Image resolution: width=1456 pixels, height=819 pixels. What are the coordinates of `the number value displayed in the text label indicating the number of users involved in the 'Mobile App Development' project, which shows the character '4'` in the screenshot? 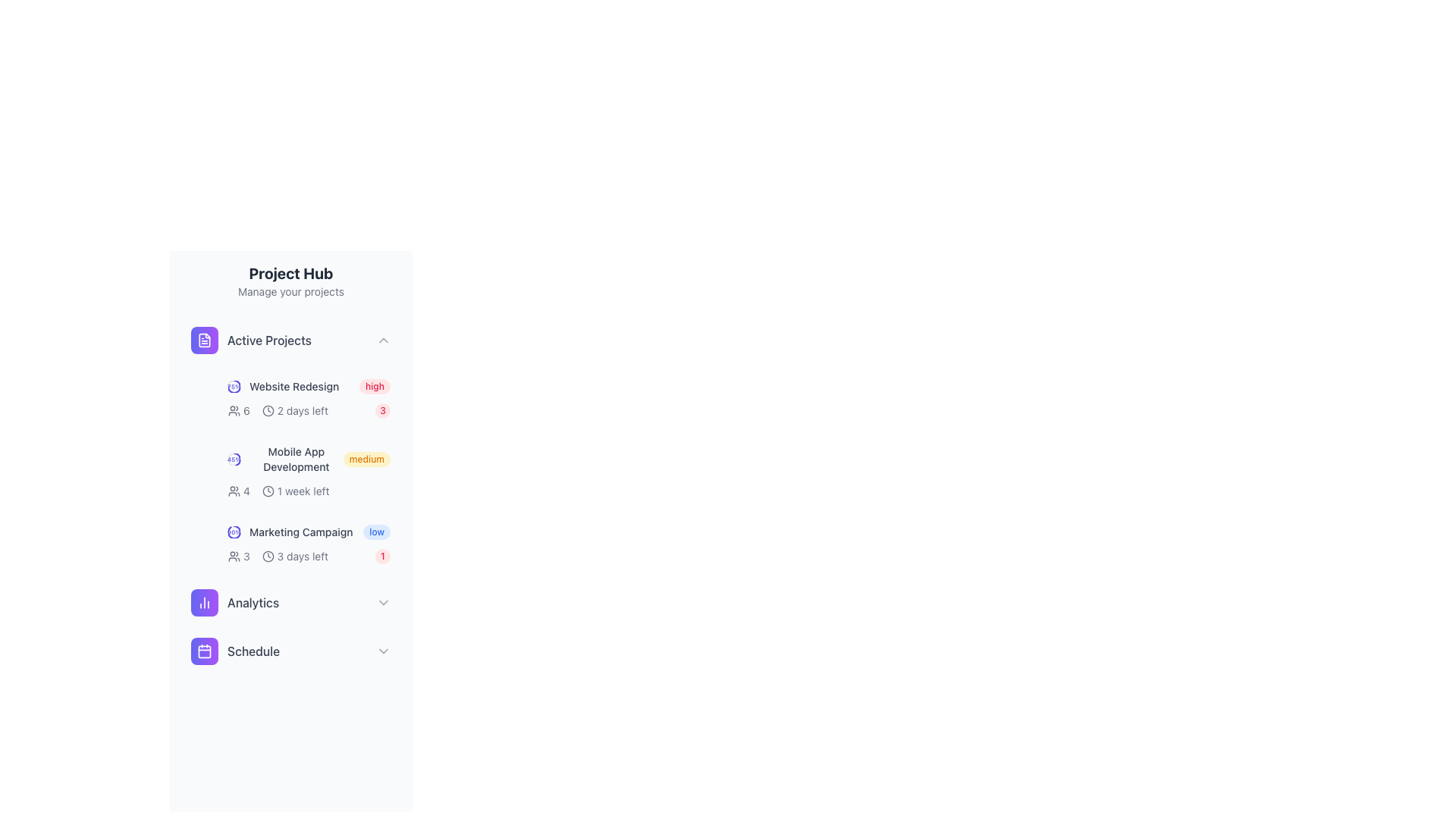 It's located at (246, 491).